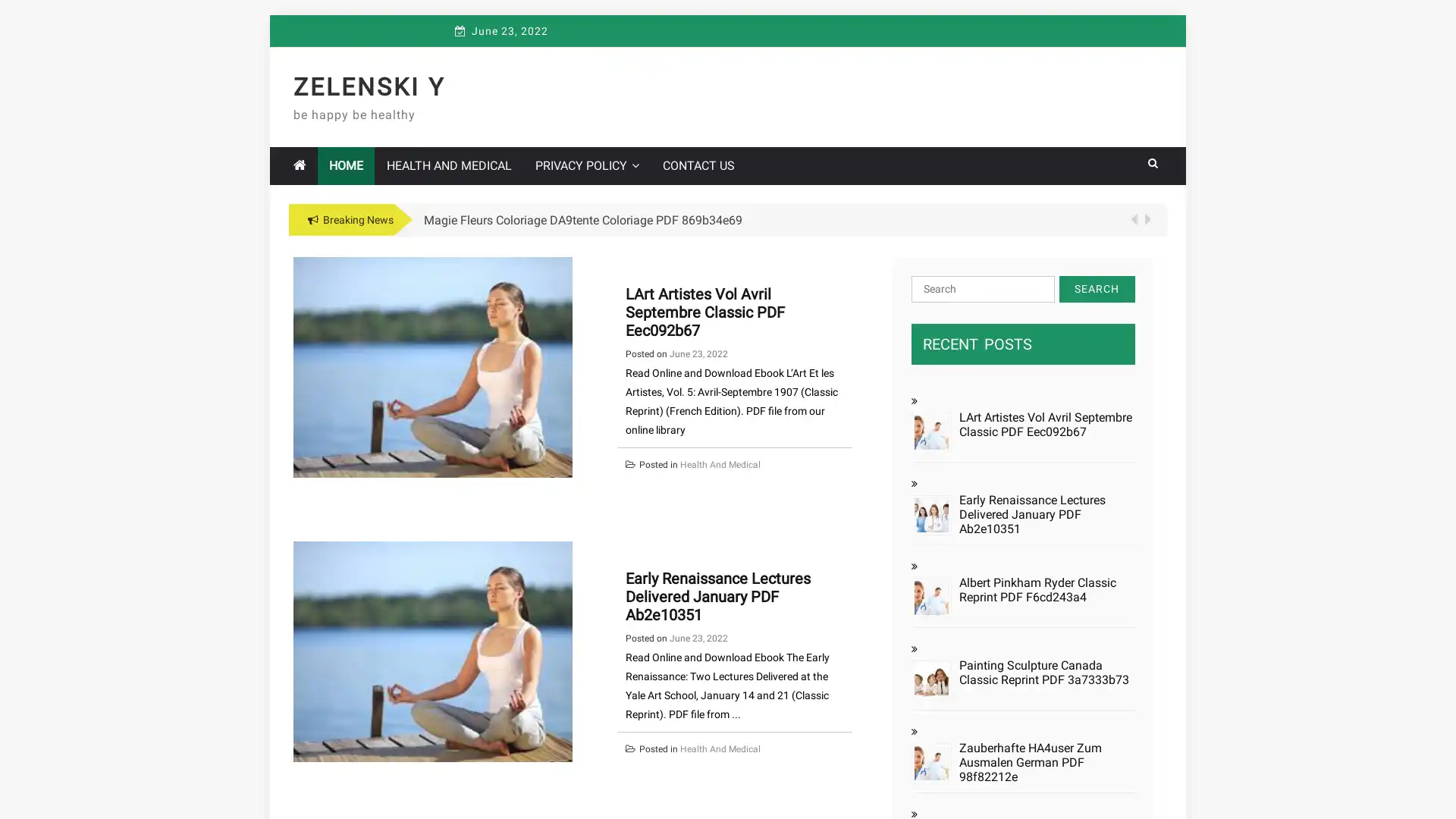 Image resolution: width=1456 pixels, height=819 pixels. Describe the element at coordinates (1096, 288) in the screenshot. I see `Search` at that location.